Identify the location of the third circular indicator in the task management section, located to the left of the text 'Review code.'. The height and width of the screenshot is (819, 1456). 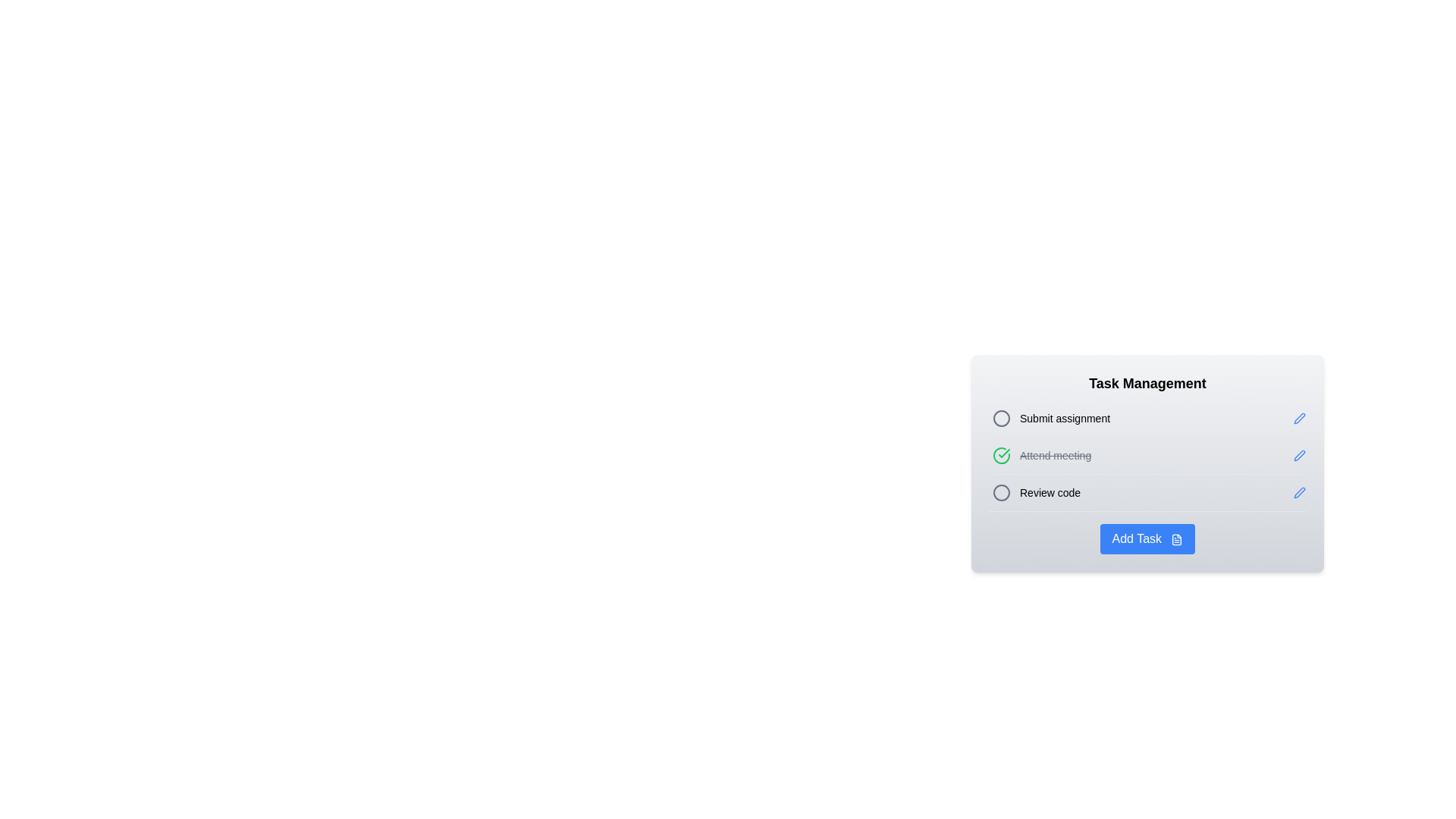
(1001, 493).